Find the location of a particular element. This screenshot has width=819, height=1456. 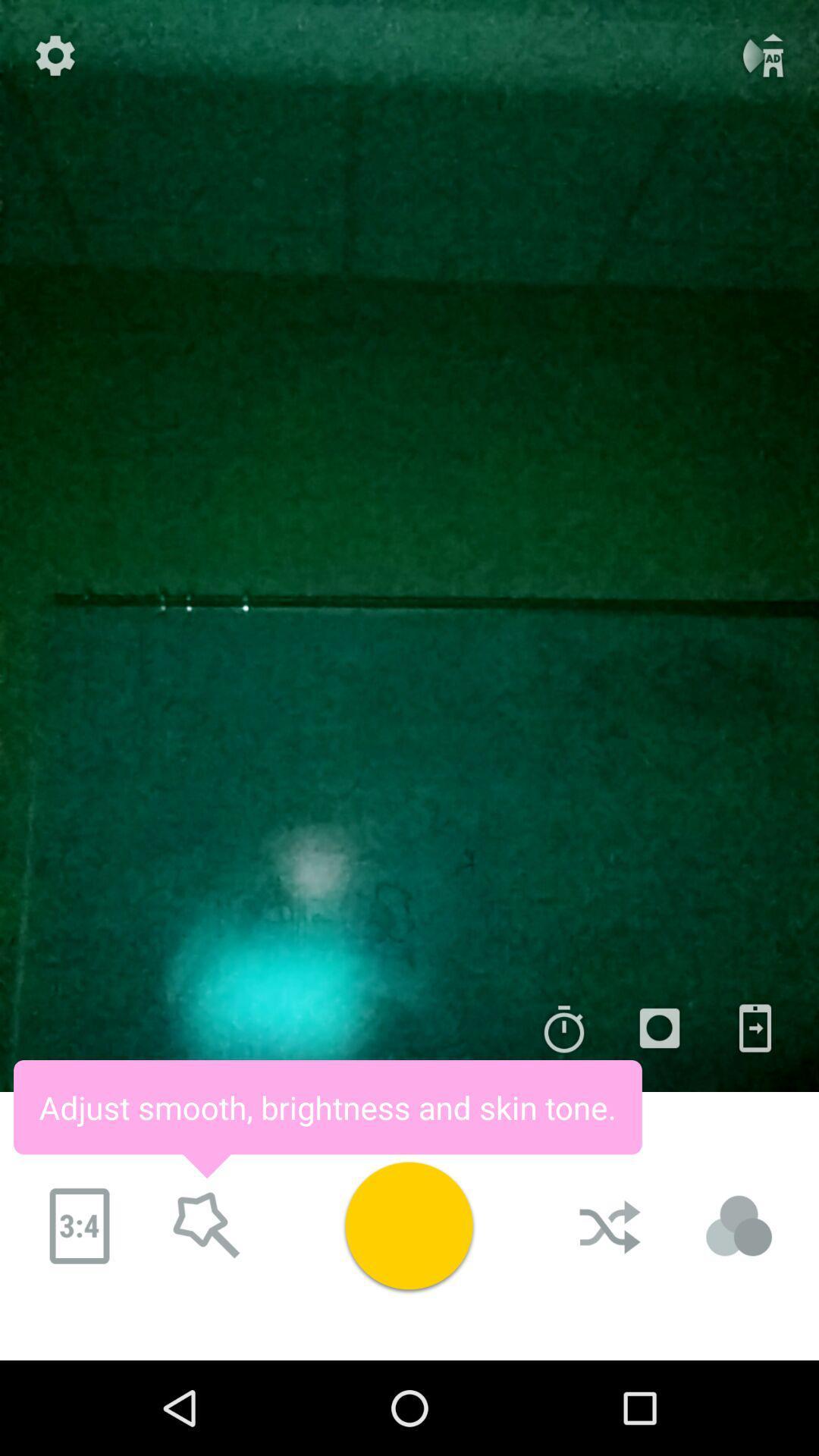

capture is located at coordinates (408, 1225).